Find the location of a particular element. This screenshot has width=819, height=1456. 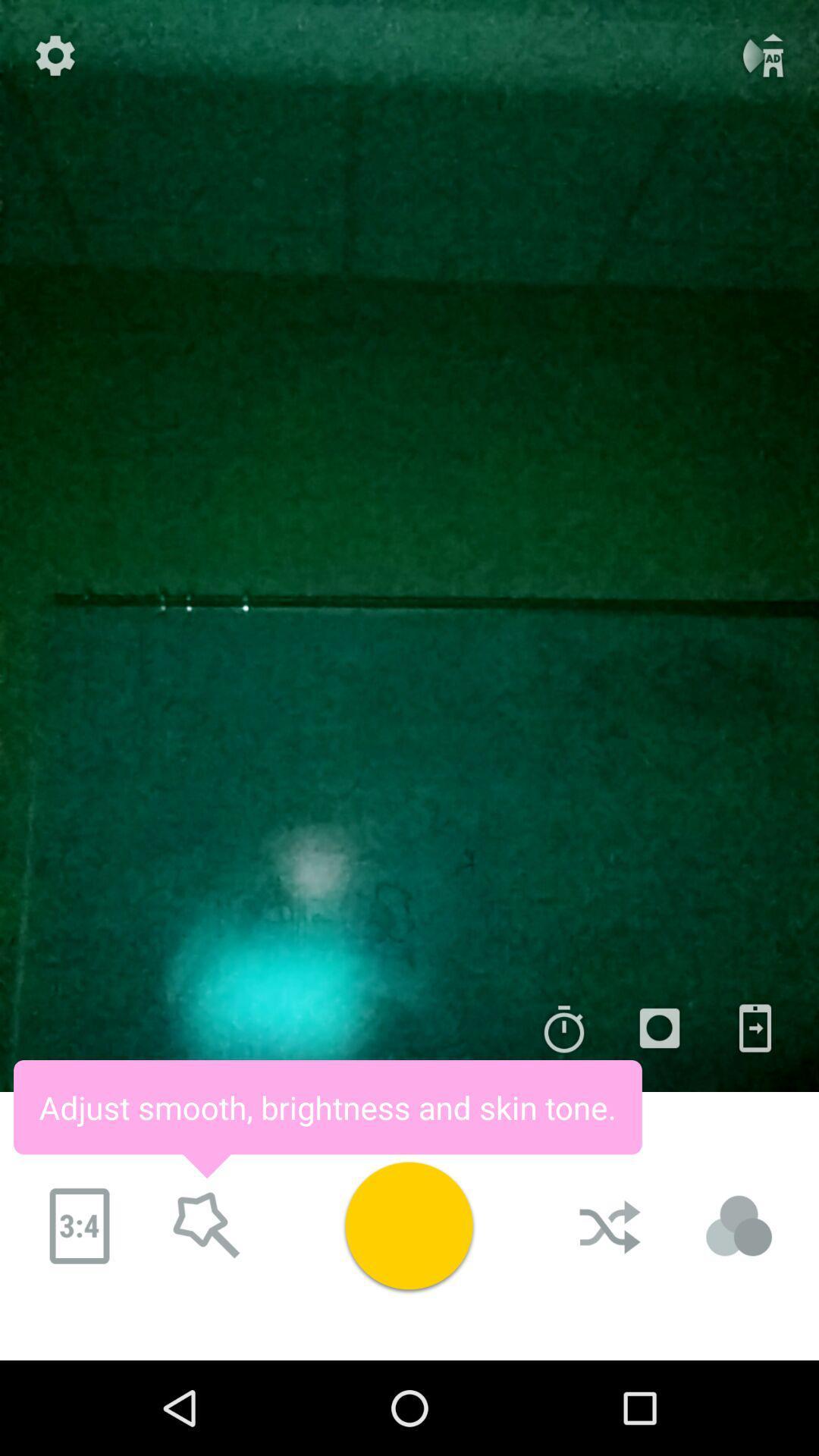

capture is located at coordinates (408, 1225).